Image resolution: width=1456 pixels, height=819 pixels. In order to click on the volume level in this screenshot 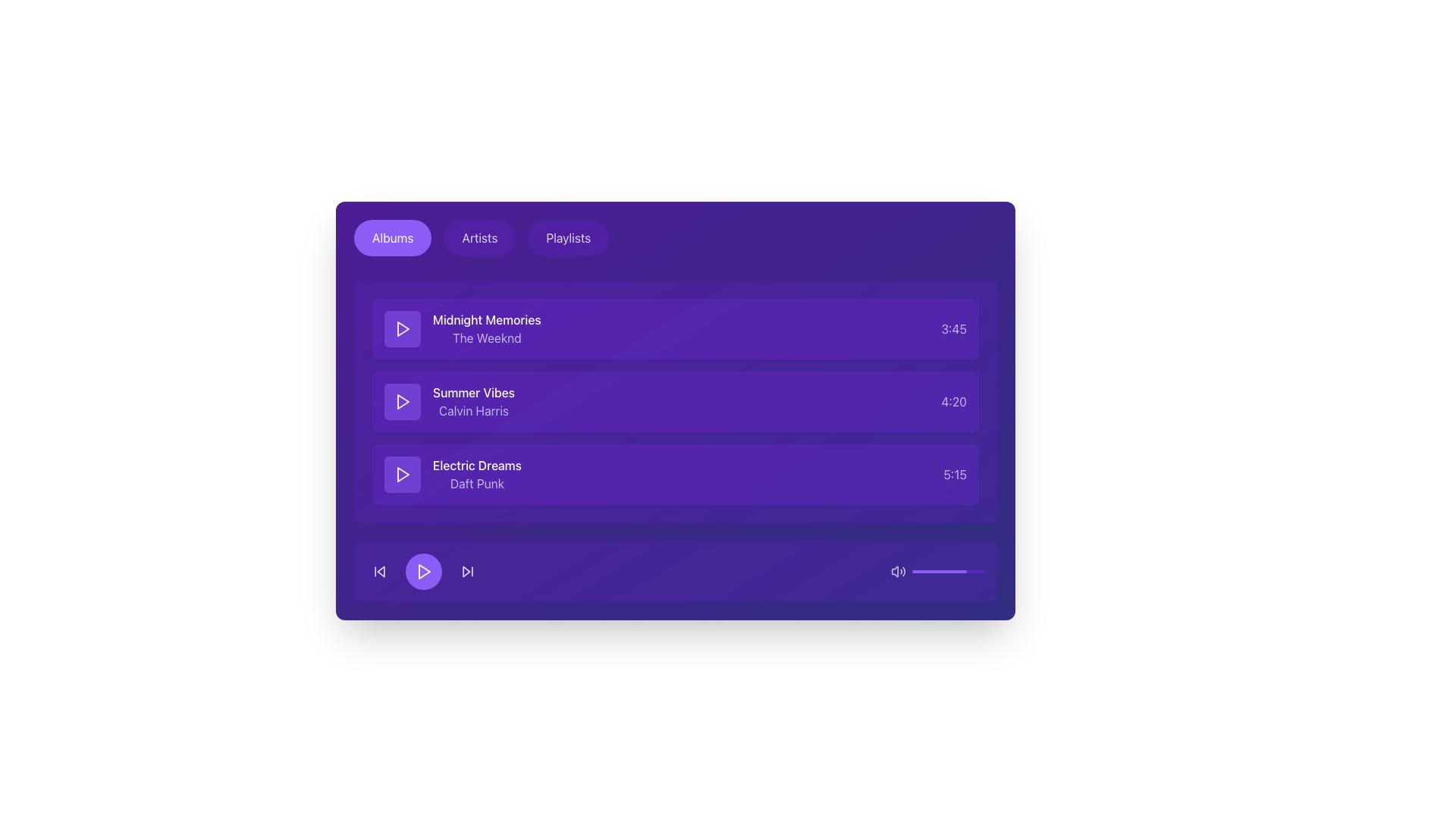, I will do `click(940, 571)`.